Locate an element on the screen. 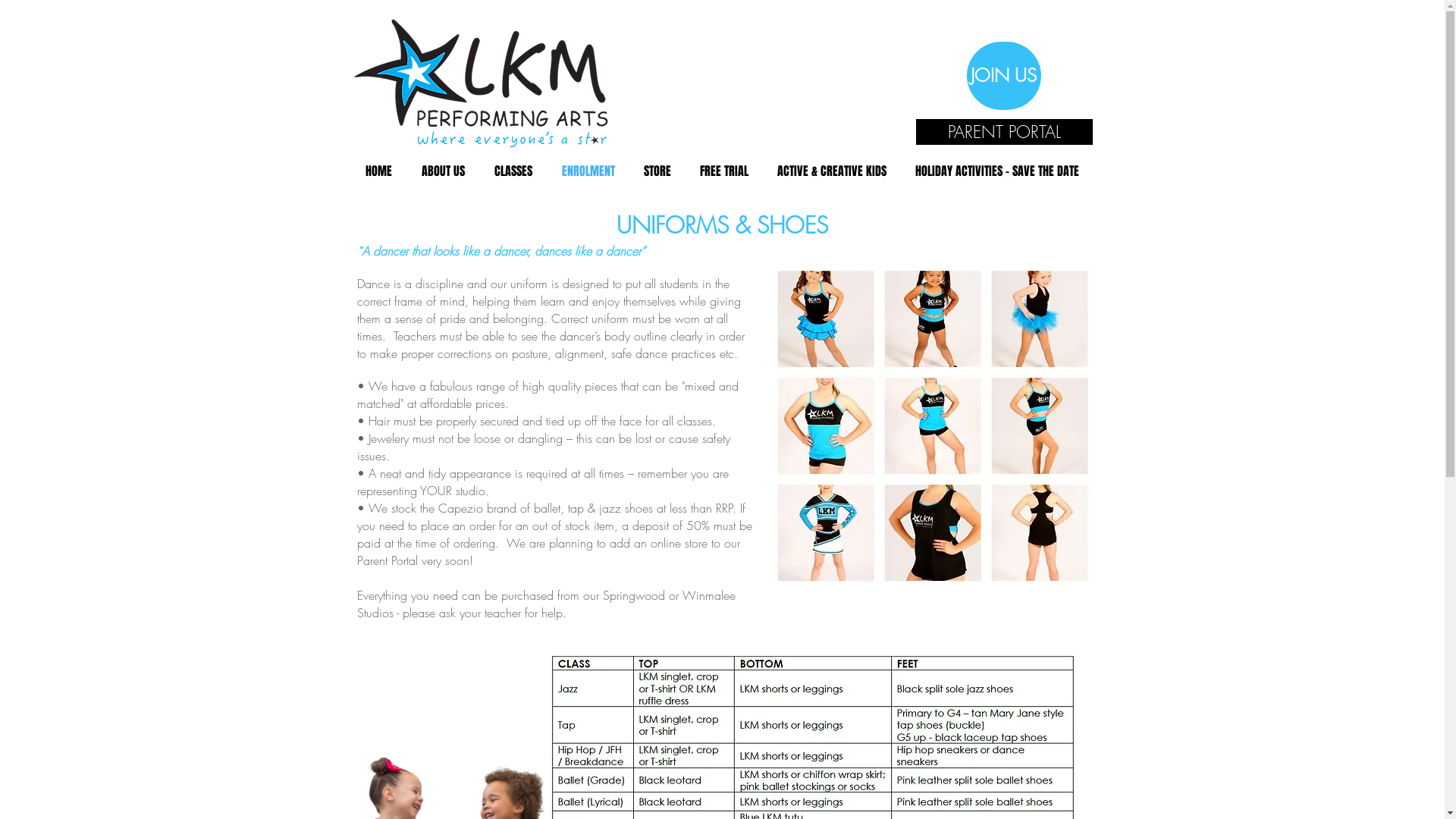 The image size is (1456, 819). 'HOLIDAY ACTIVITIES - SAVE THE DATE' is located at coordinates (997, 171).